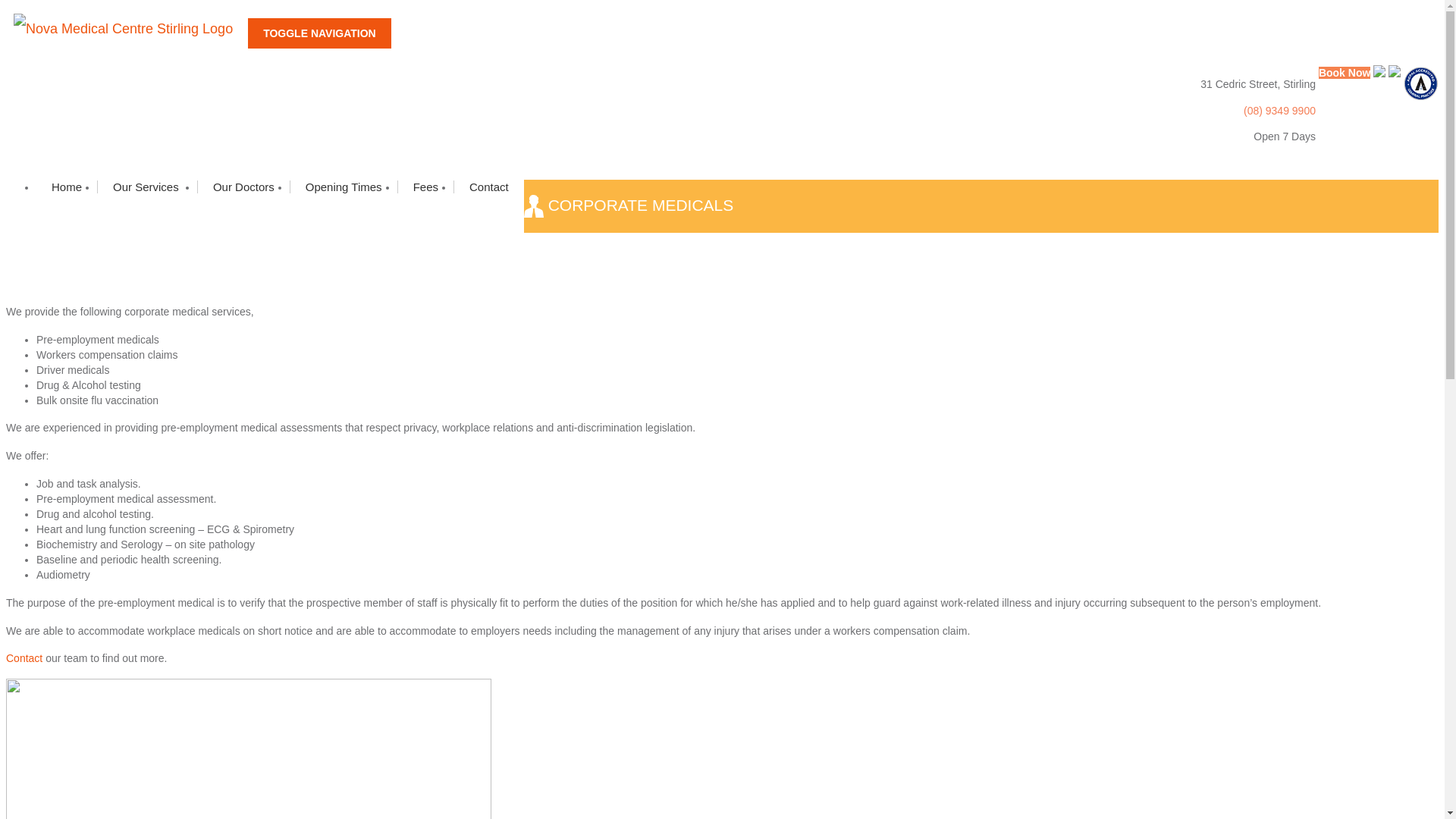 The height and width of the screenshot is (819, 1456). I want to click on 'TOGGLE NAVIGATION', so click(247, 33).